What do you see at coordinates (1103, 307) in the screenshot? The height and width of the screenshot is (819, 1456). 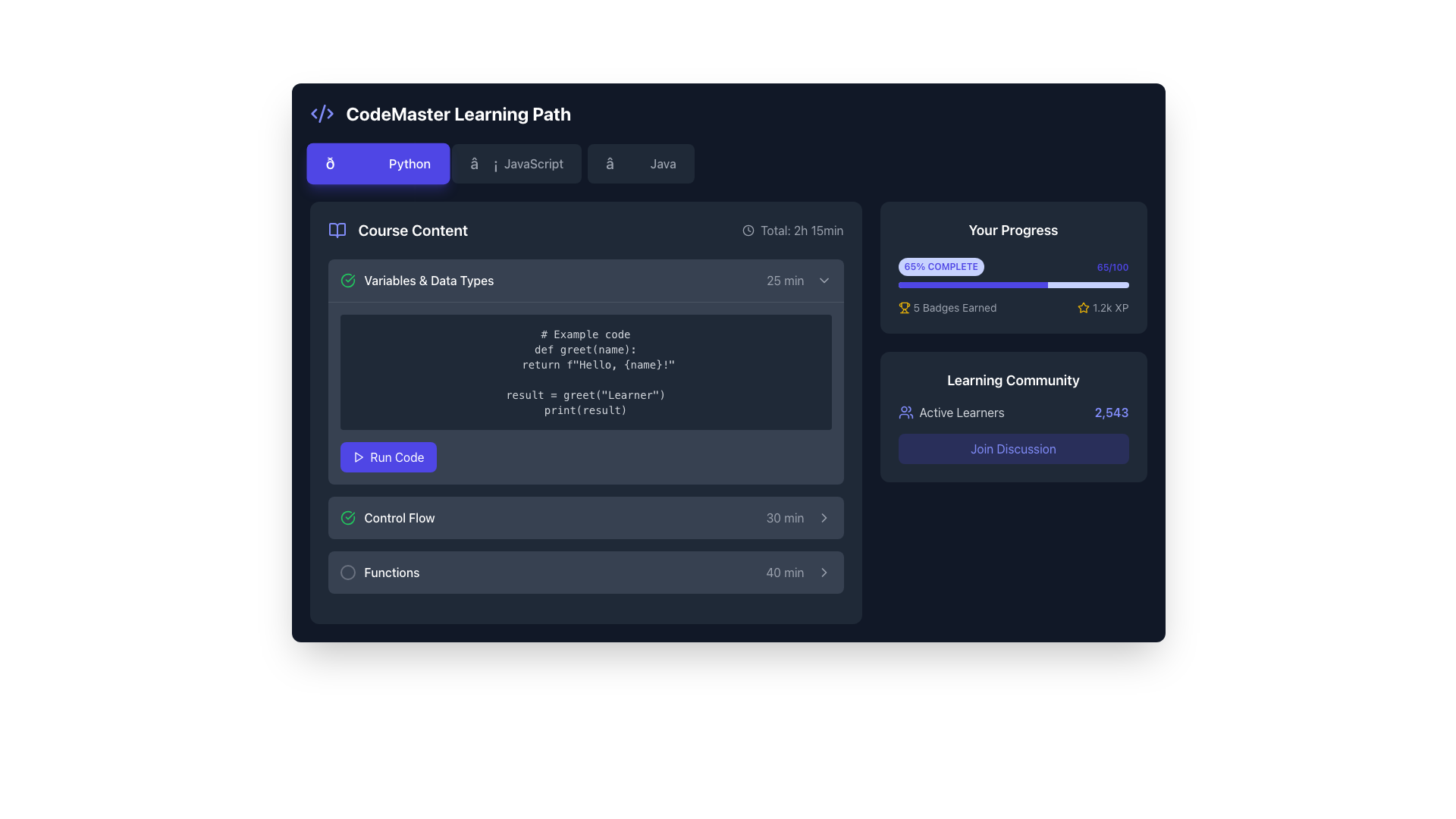 I see `text '1.2k XP' from the yellow star icon located under the 'Your Progress' header, which is the second element in a horizontal alignment` at bounding box center [1103, 307].